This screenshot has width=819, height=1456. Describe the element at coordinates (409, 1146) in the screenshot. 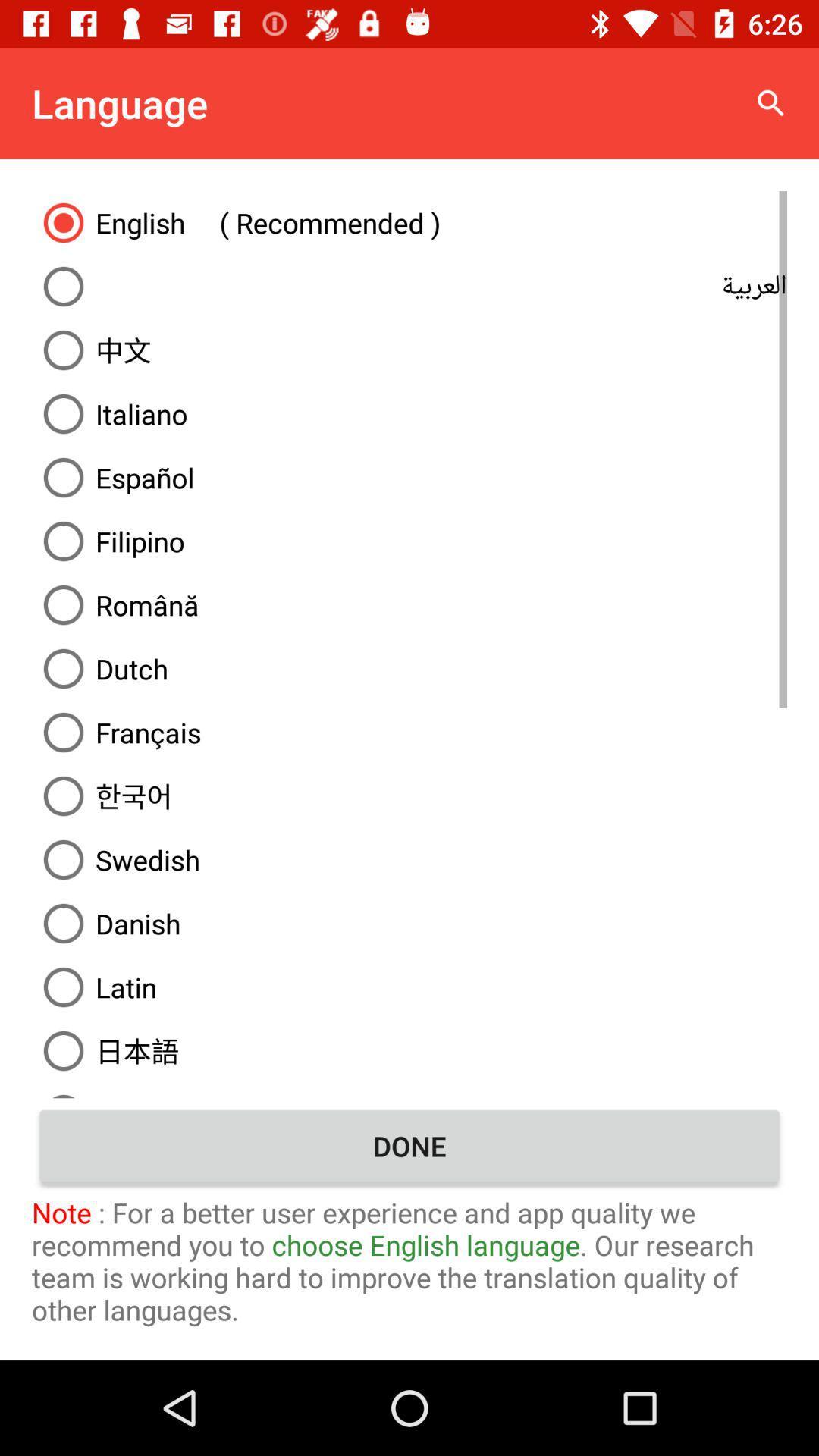

I see `the icon above note for a item` at that location.